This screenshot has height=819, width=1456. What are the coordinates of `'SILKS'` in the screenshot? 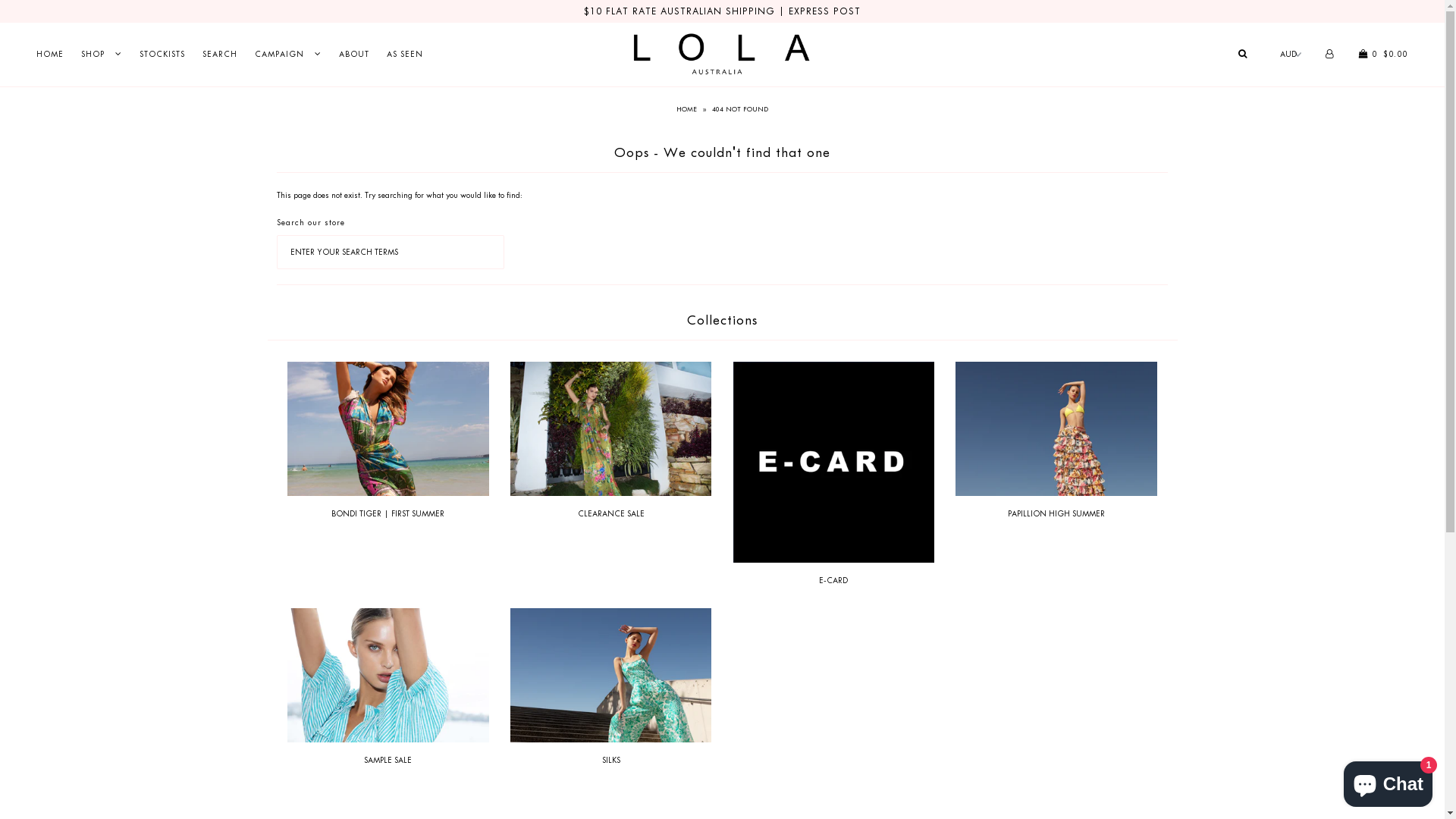 It's located at (611, 760).